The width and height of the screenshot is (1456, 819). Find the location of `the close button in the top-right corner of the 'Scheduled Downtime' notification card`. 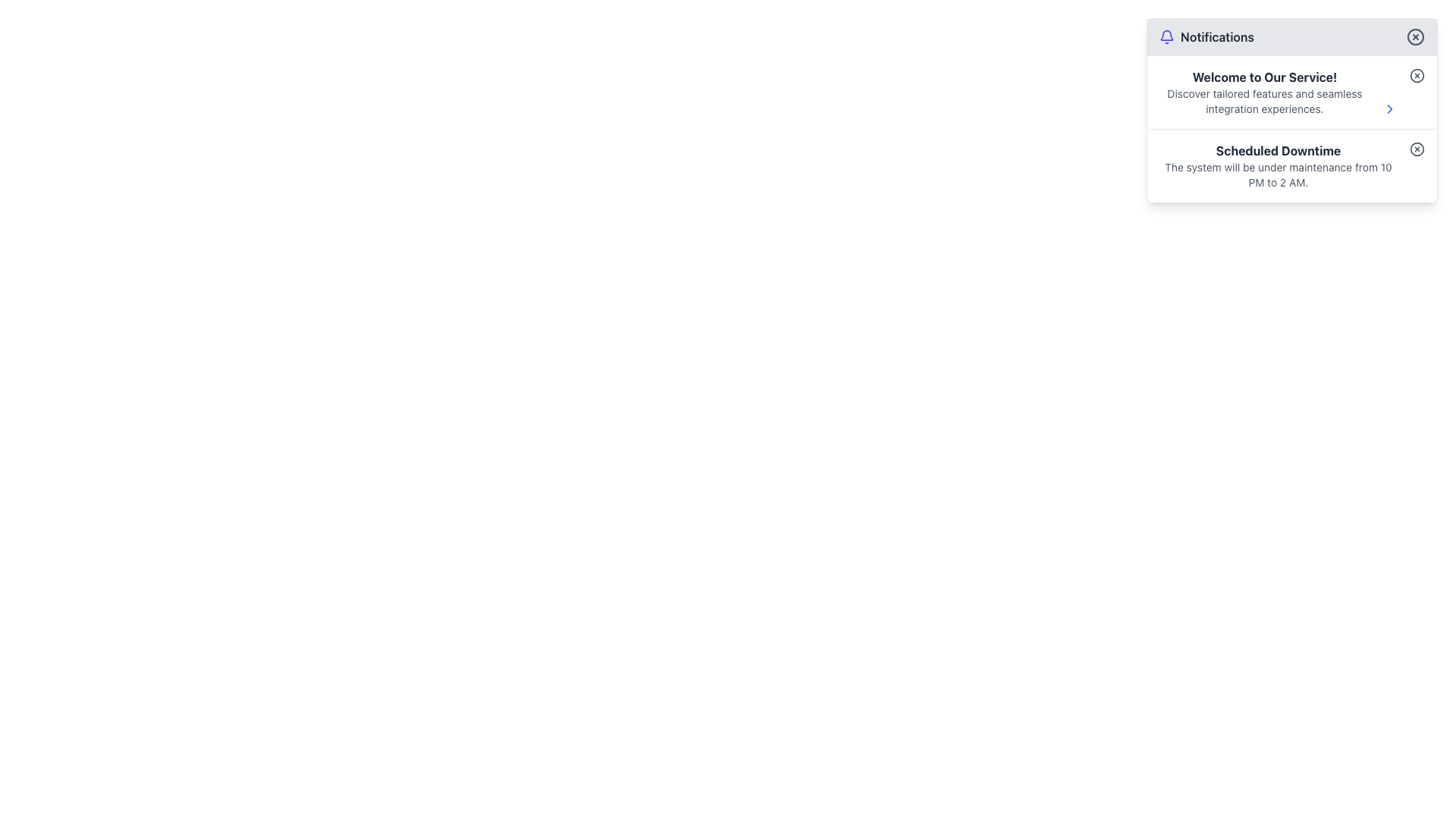

the close button in the top-right corner of the 'Scheduled Downtime' notification card is located at coordinates (1416, 149).